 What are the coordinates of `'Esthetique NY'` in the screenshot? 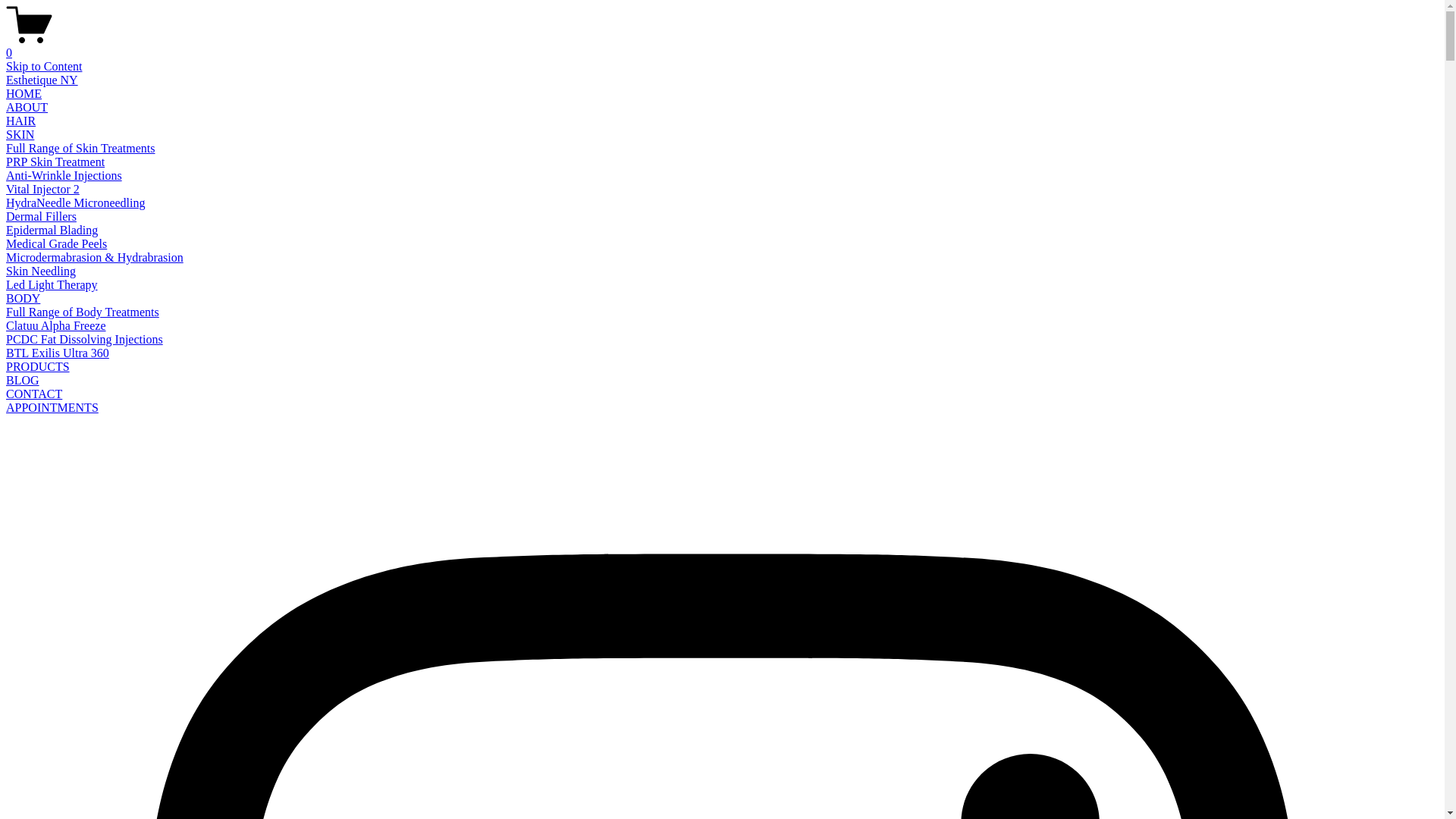 It's located at (42, 80).